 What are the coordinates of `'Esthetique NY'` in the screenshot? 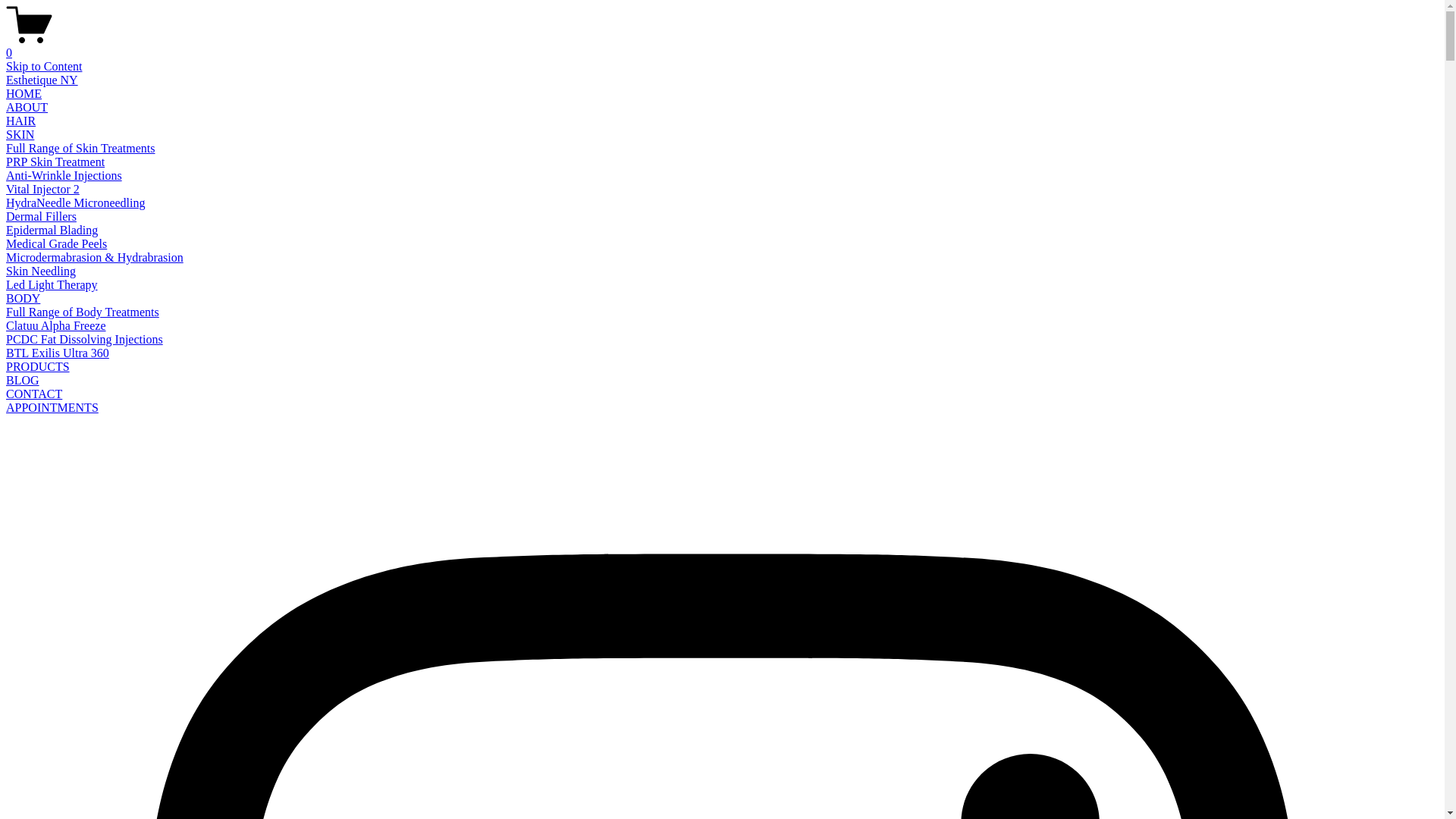 It's located at (42, 80).